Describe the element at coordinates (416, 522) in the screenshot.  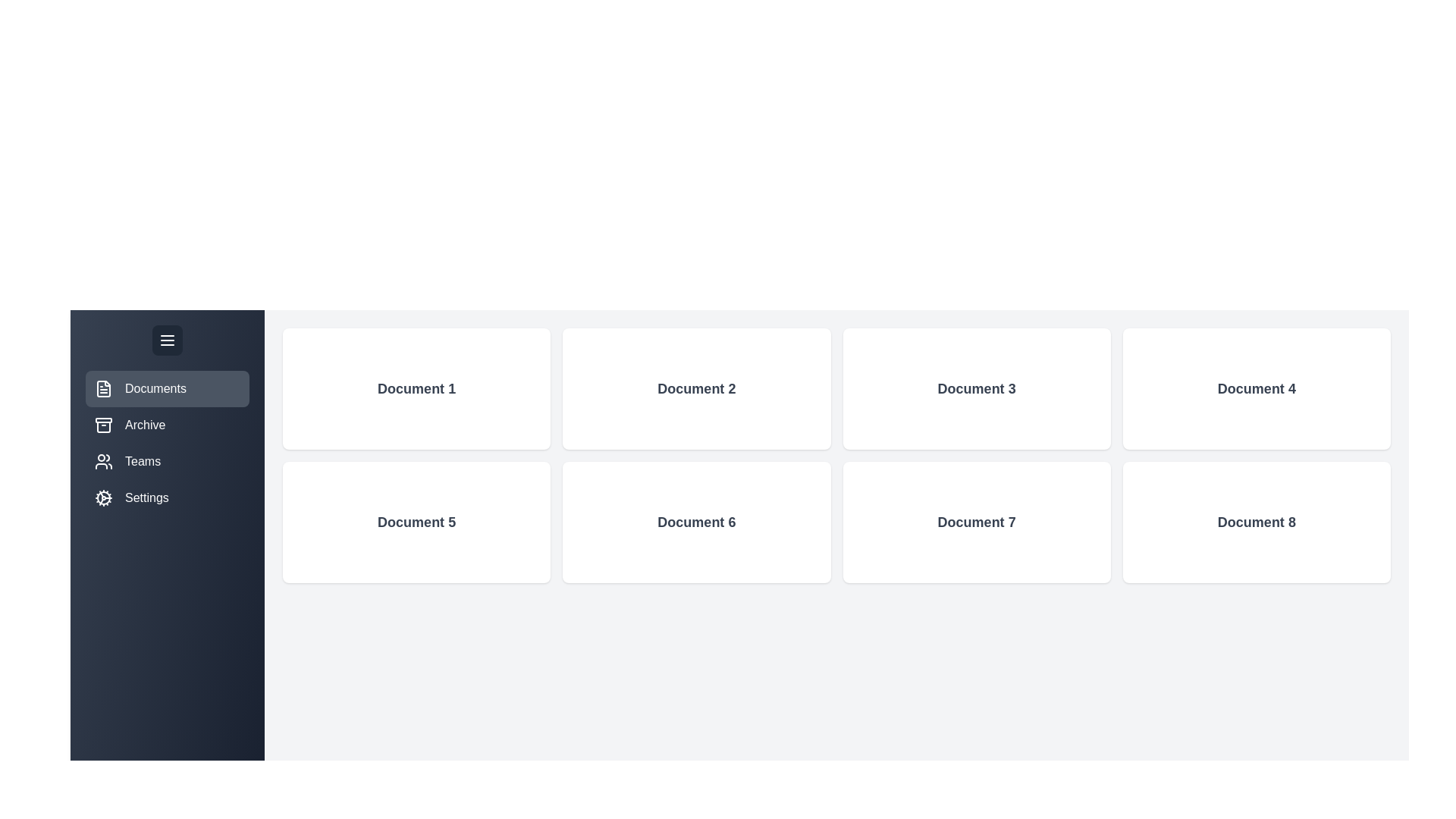
I see `the 'Document 5' box to view its details` at that location.